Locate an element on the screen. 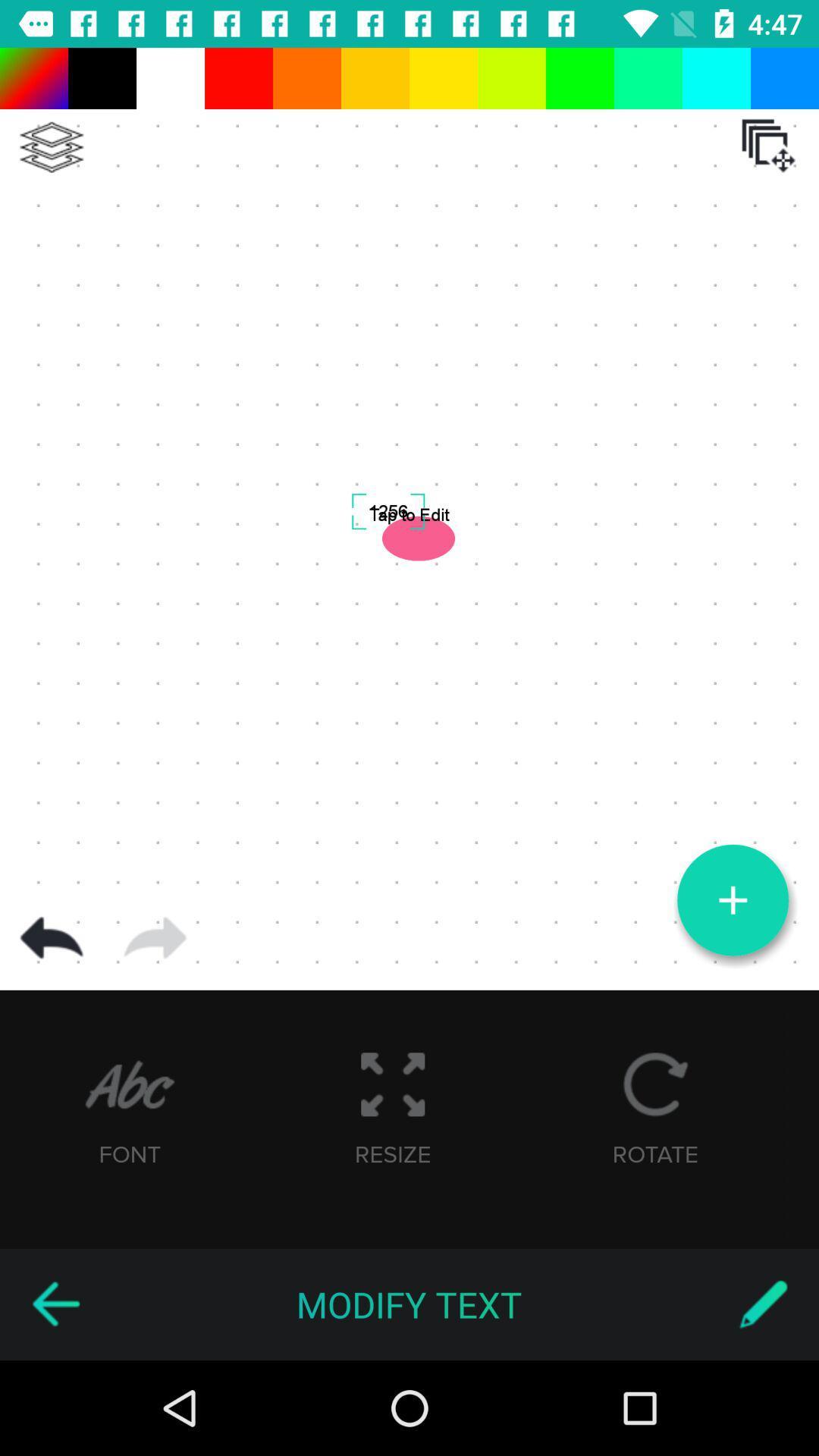 This screenshot has width=819, height=1456. the arrow_forward icon is located at coordinates (155, 937).